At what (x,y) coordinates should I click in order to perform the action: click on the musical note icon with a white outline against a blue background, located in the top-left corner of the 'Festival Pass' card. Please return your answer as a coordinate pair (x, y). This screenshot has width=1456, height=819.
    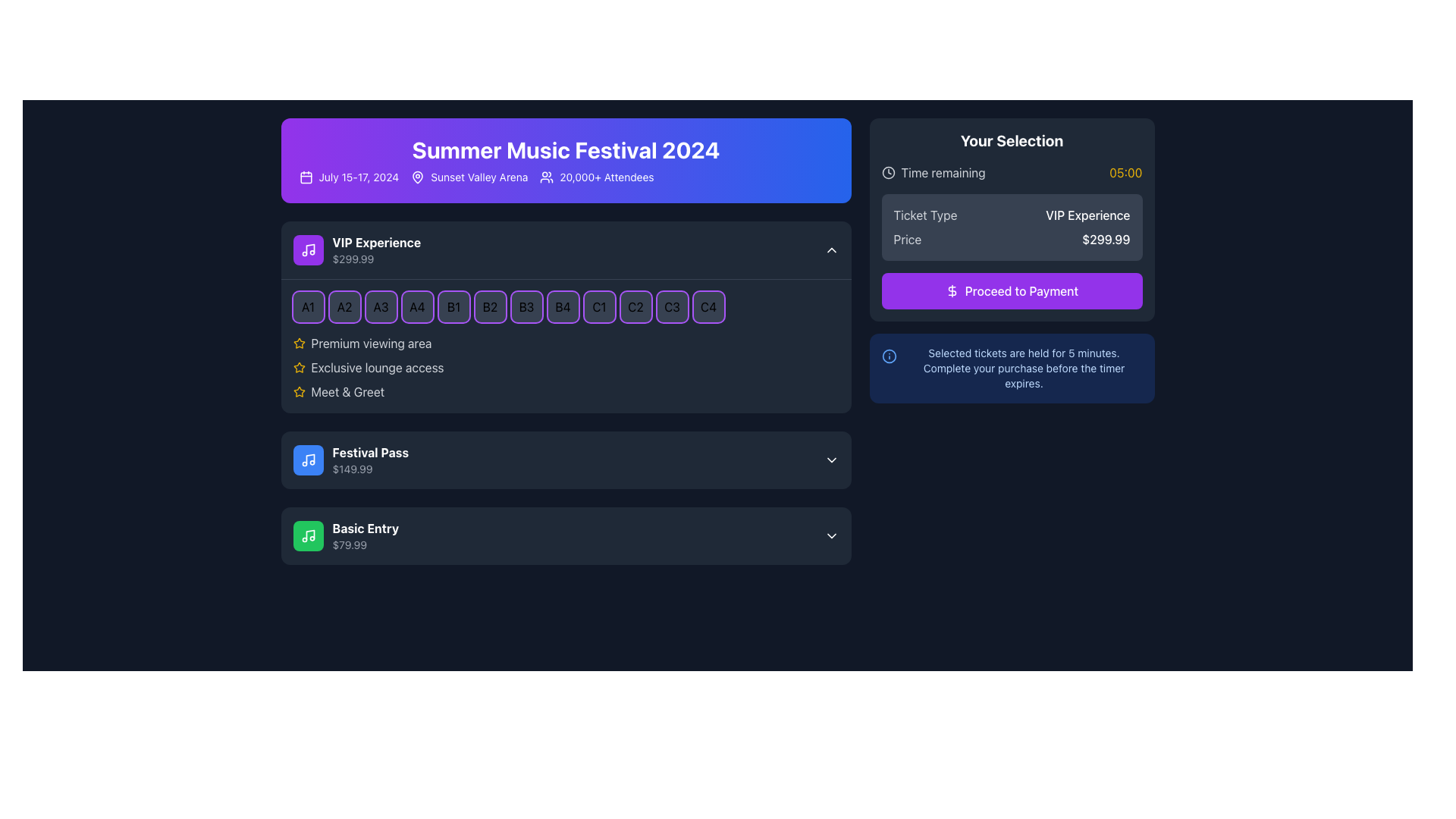
    Looking at the image, I should click on (307, 459).